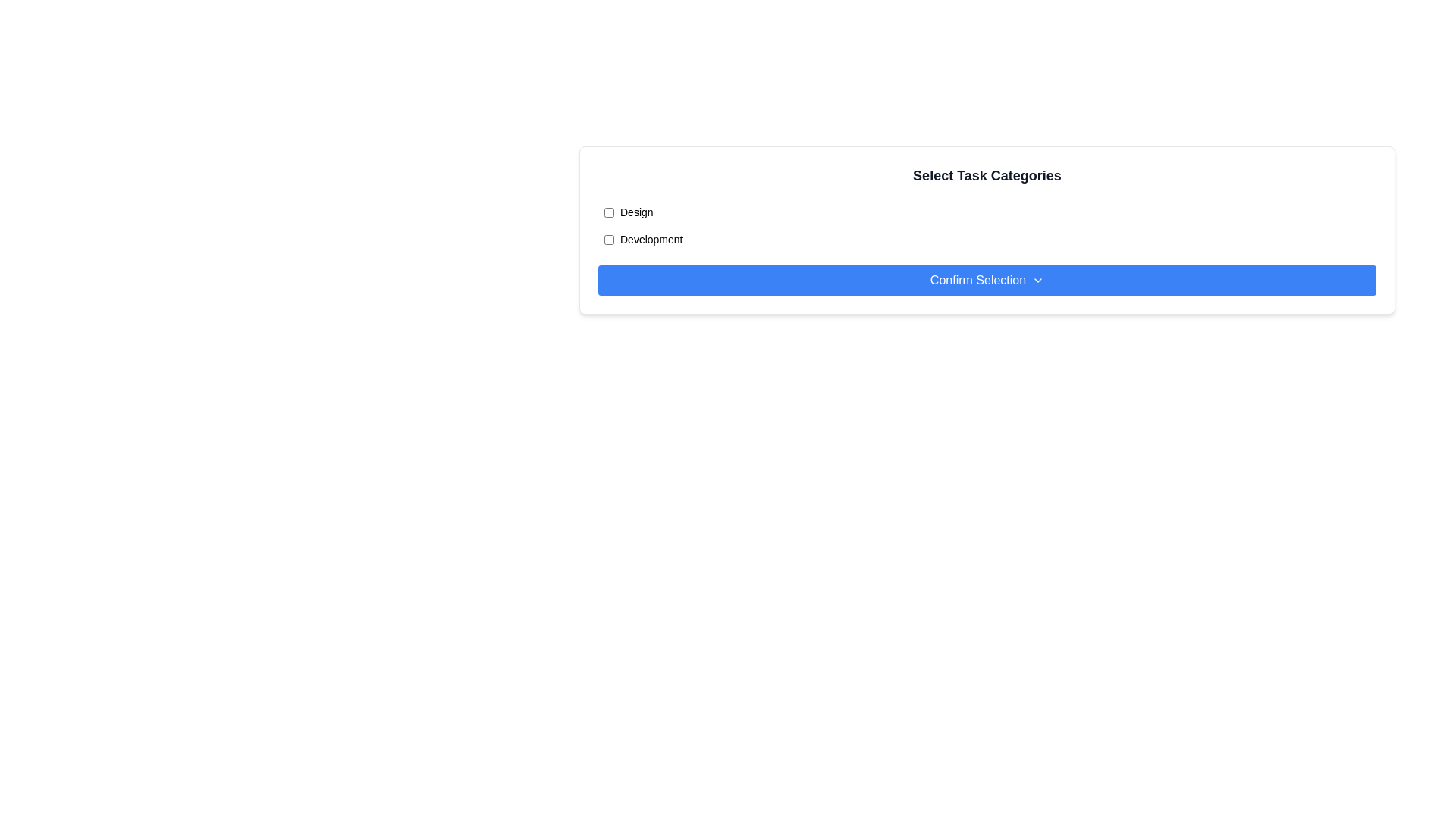  Describe the element at coordinates (609, 212) in the screenshot. I see `the checkbox UI component adjacent to the label 'Design' in the task selection interface` at that location.